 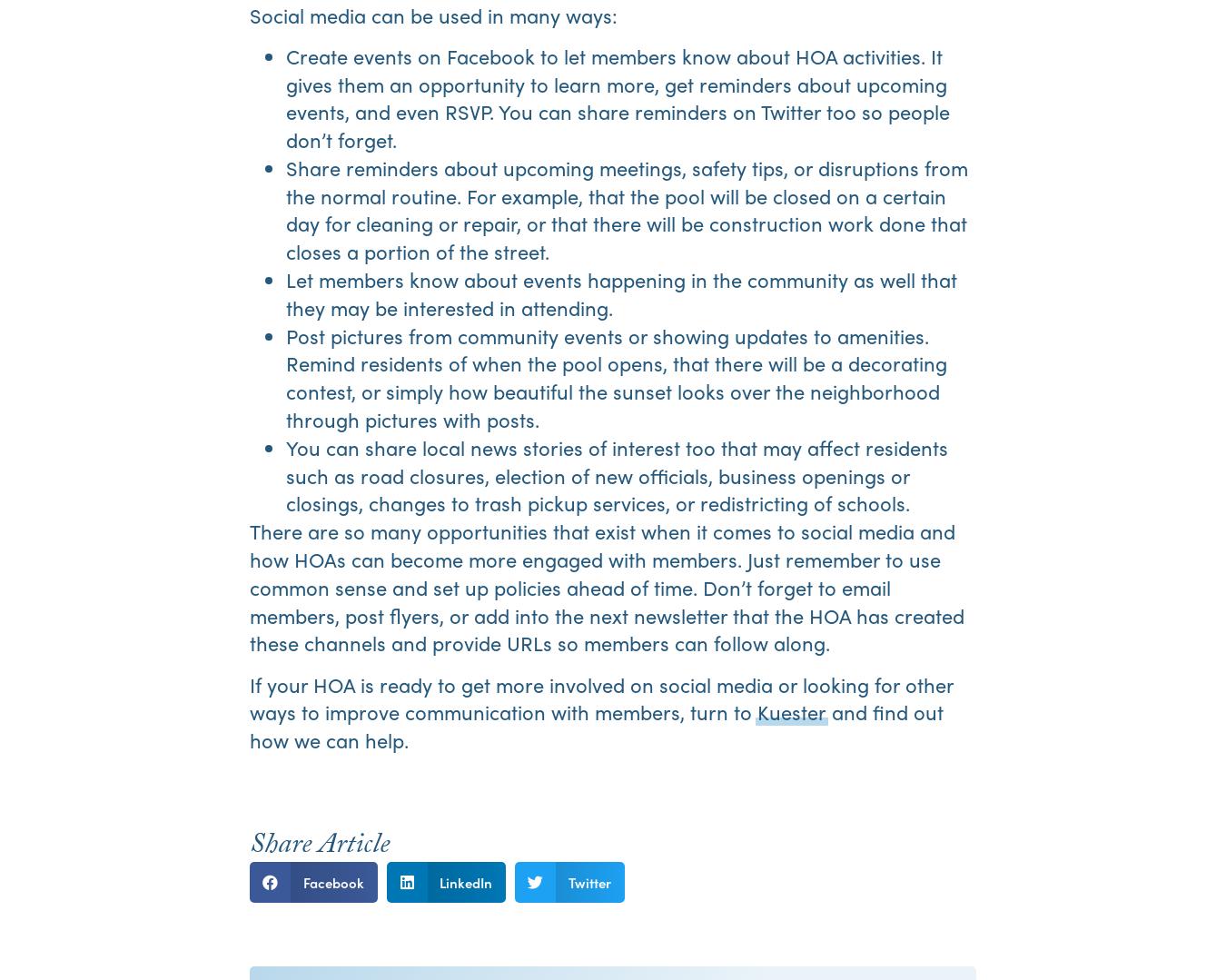 I want to click on 'There are so many opportunities that exist when it comes to social media and how HOAs can become more engaged with members. Just remember to use common sense and set up policies ahead of time. Don’t forget to email members, post flyers, or add into the next newsletter that the HOA has created these channels and provide URLs so members can follow along.', so click(x=248, y=586).